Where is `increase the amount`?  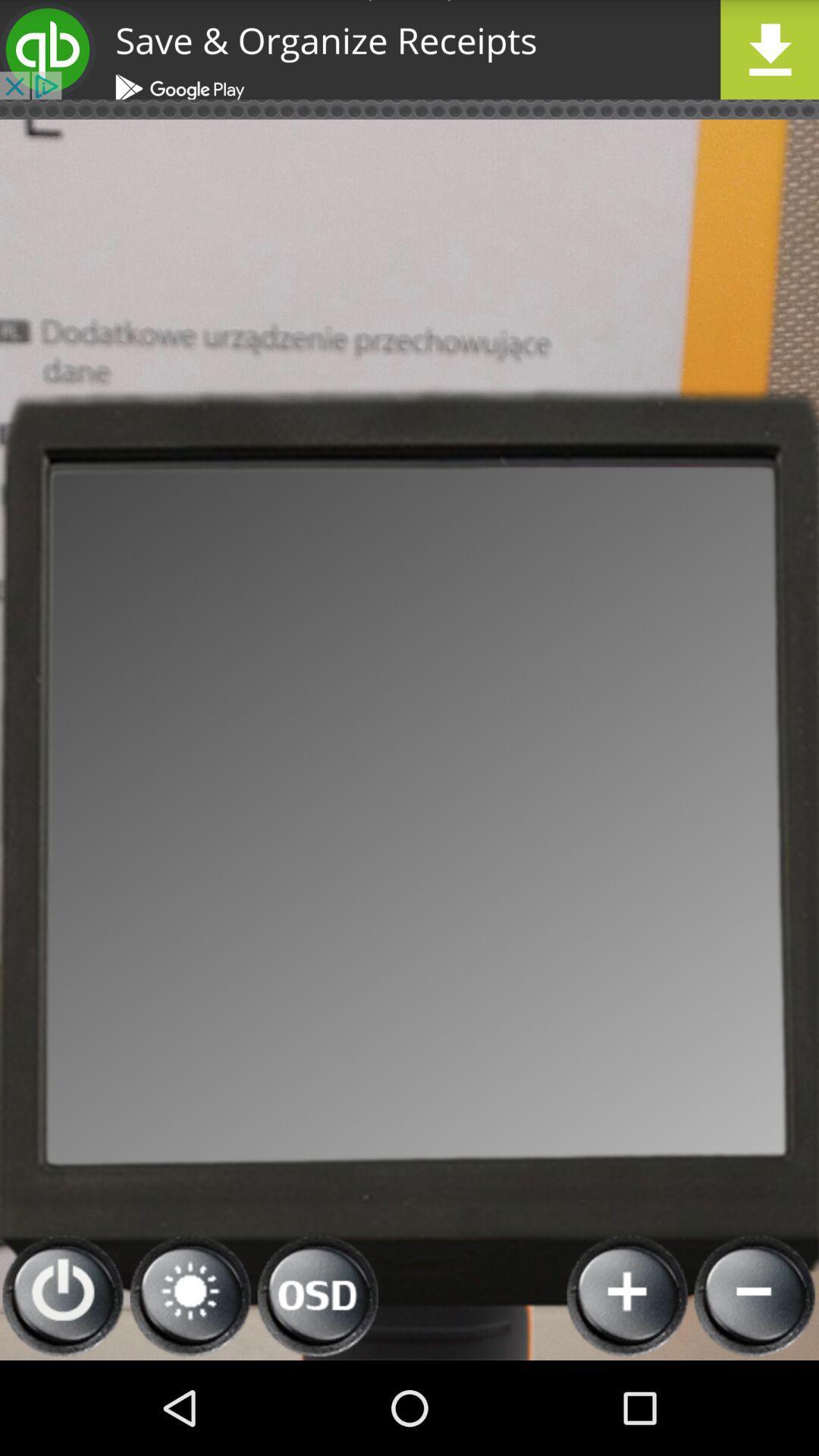 increase the amount is located at coordinates (628, 1295).